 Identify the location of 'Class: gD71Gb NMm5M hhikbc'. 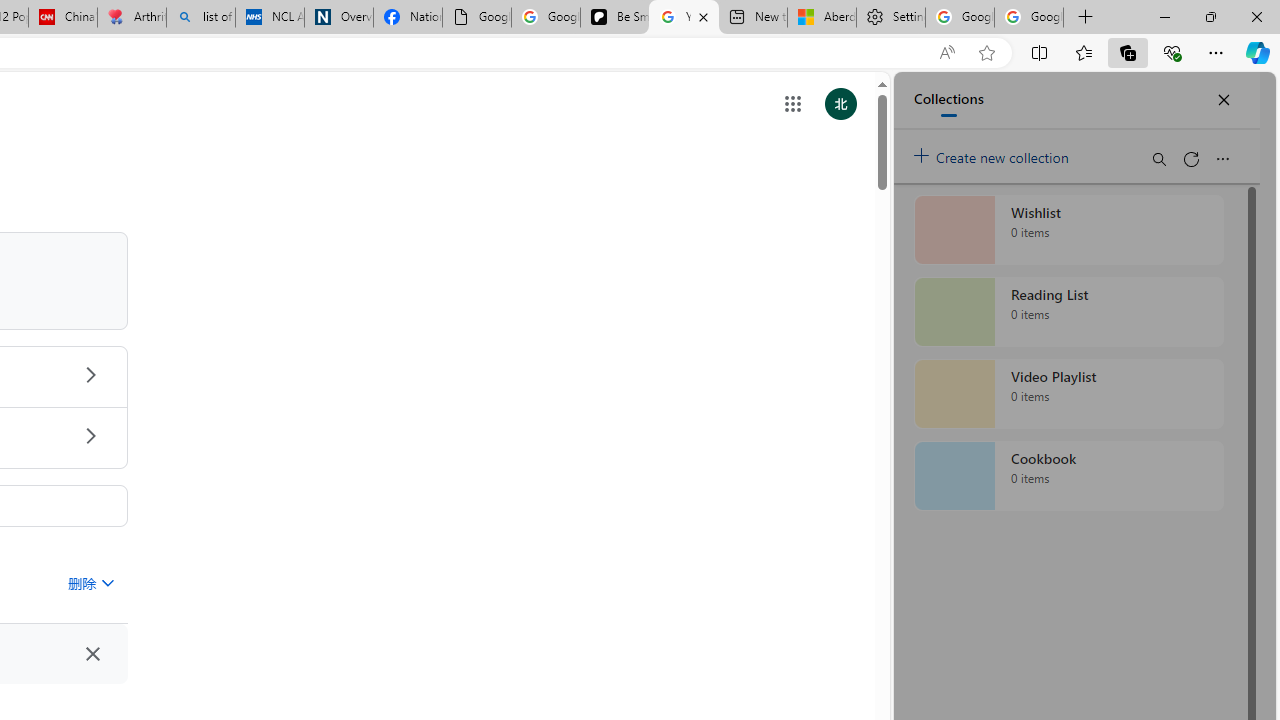
(89, 434).